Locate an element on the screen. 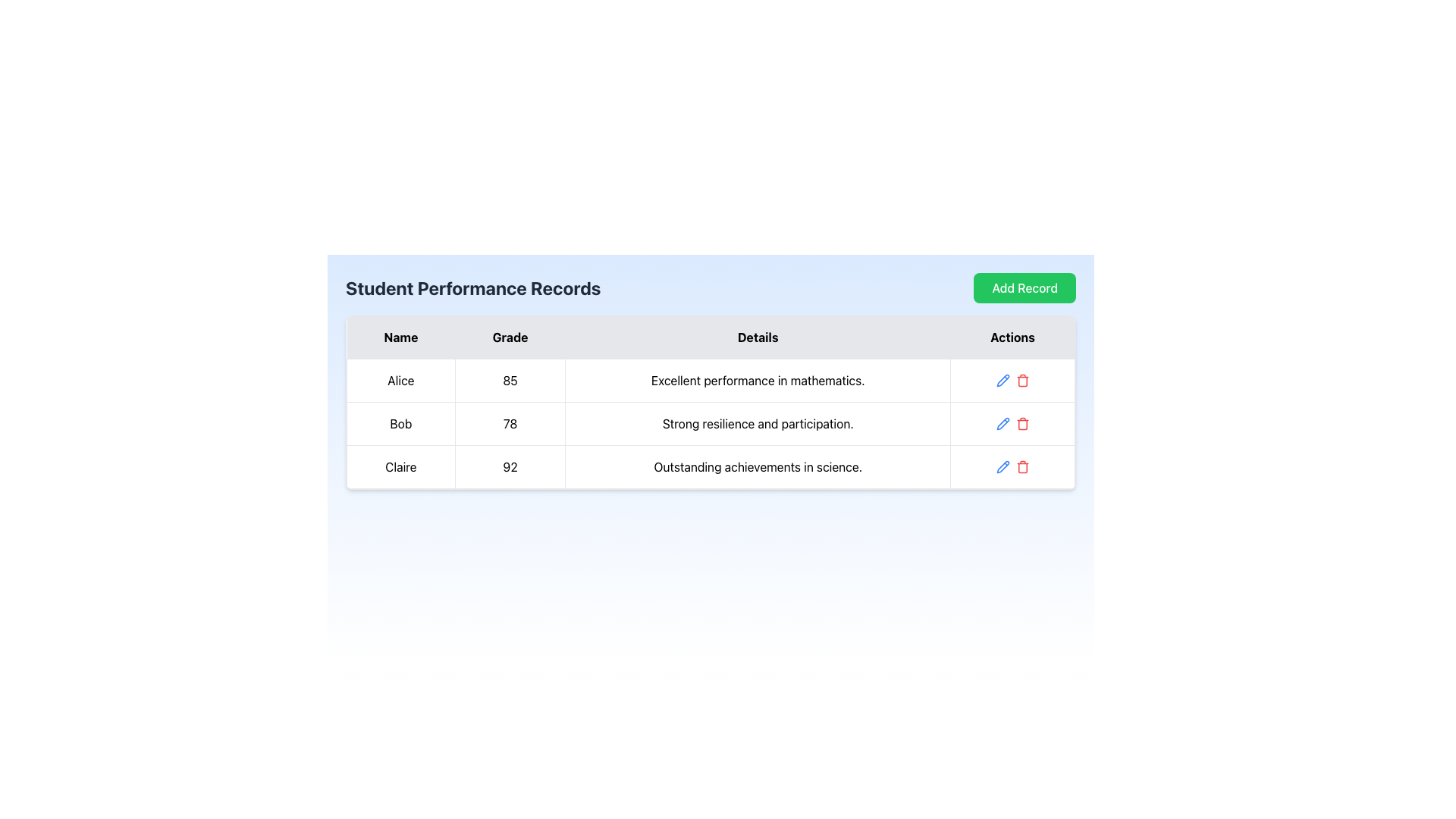  the interactive action icon within the 'Actions' column of the second row for the record of 'Bob' in the table is located at coordinates (1012, 424).